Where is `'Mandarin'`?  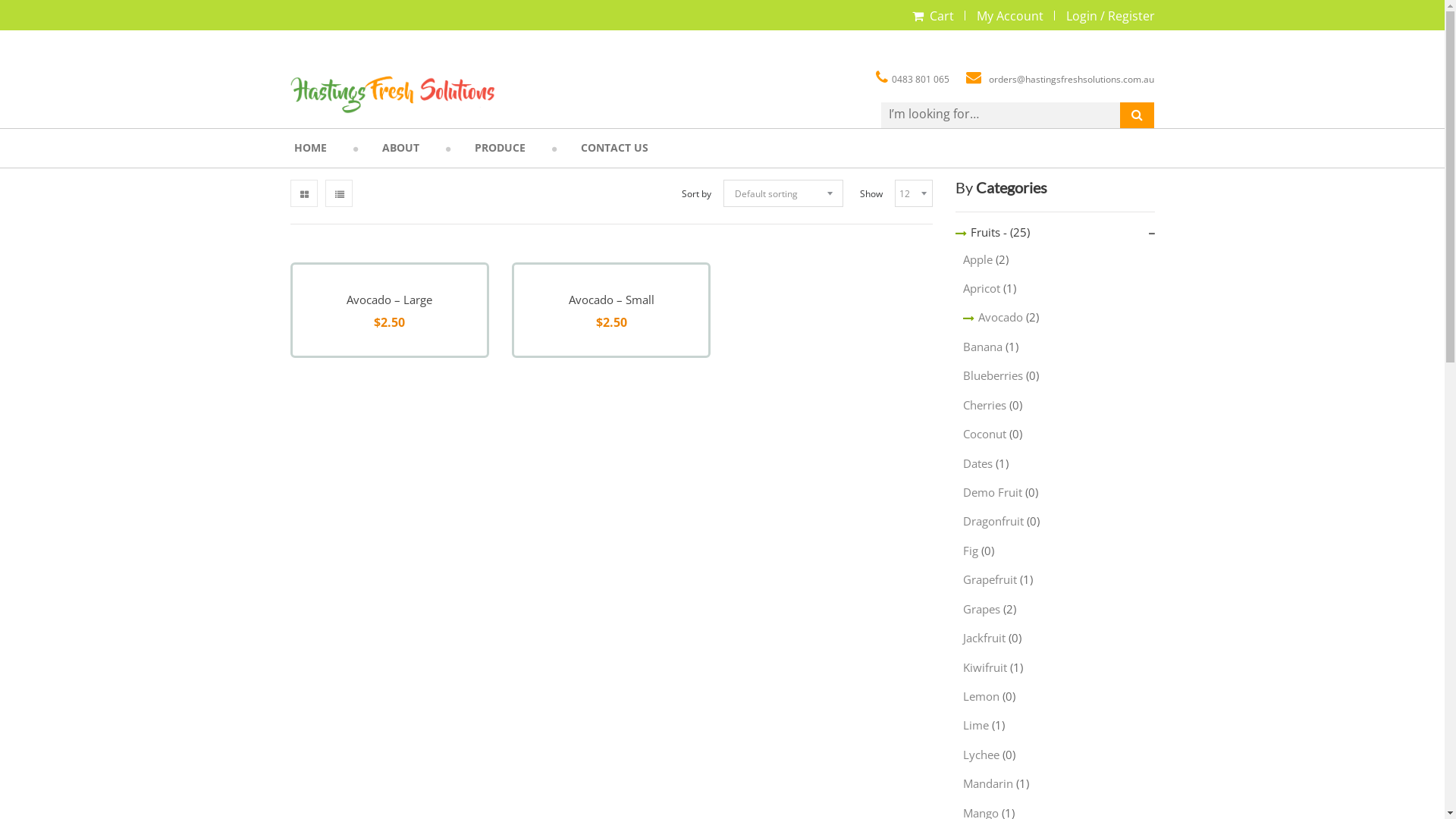
'Mandarin' is located at coordinates (987, 783).